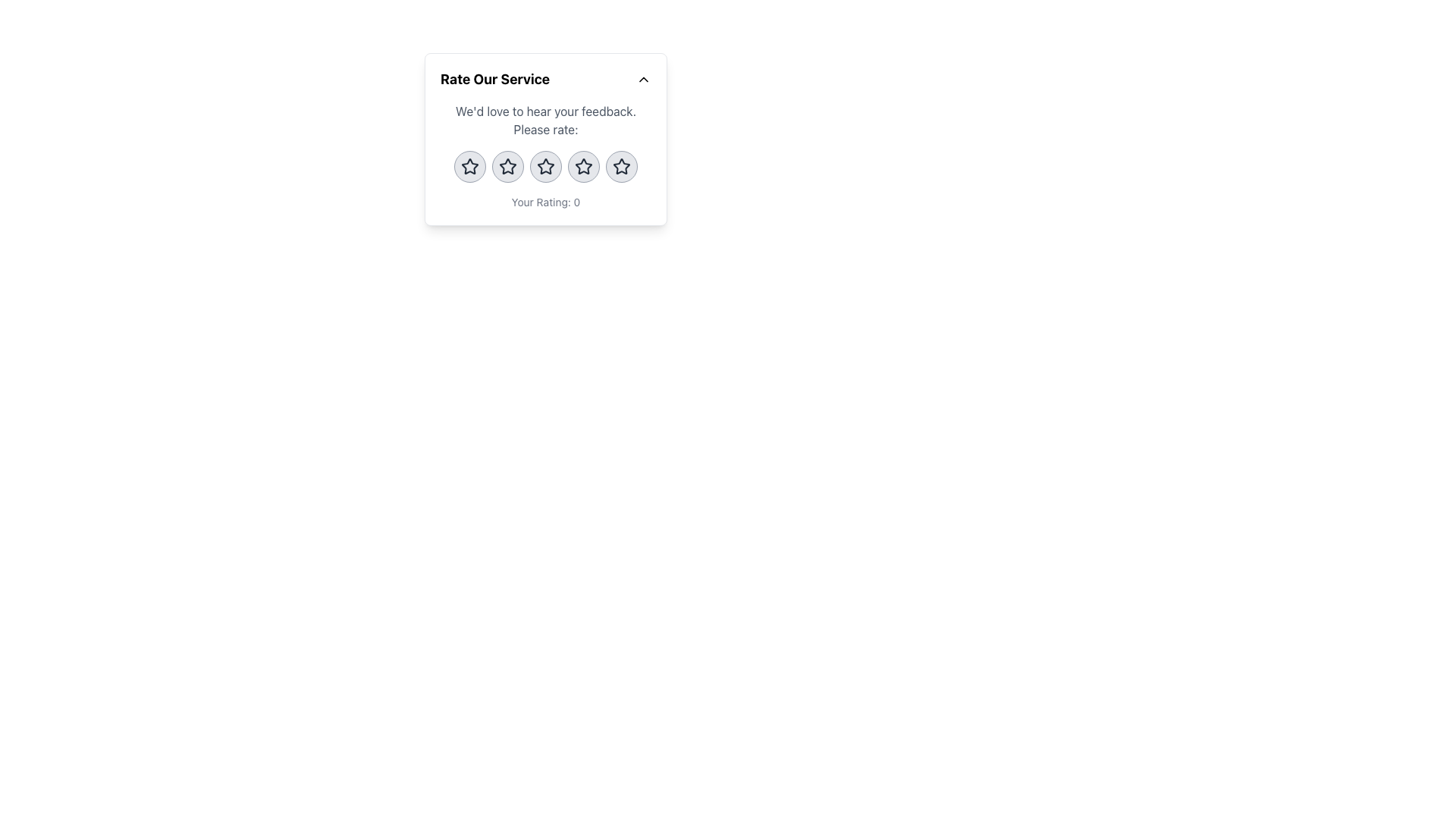  I want to click on the upward-pointing chevron icon button located next to the text 'Rate Our Service', so click(644, 79).